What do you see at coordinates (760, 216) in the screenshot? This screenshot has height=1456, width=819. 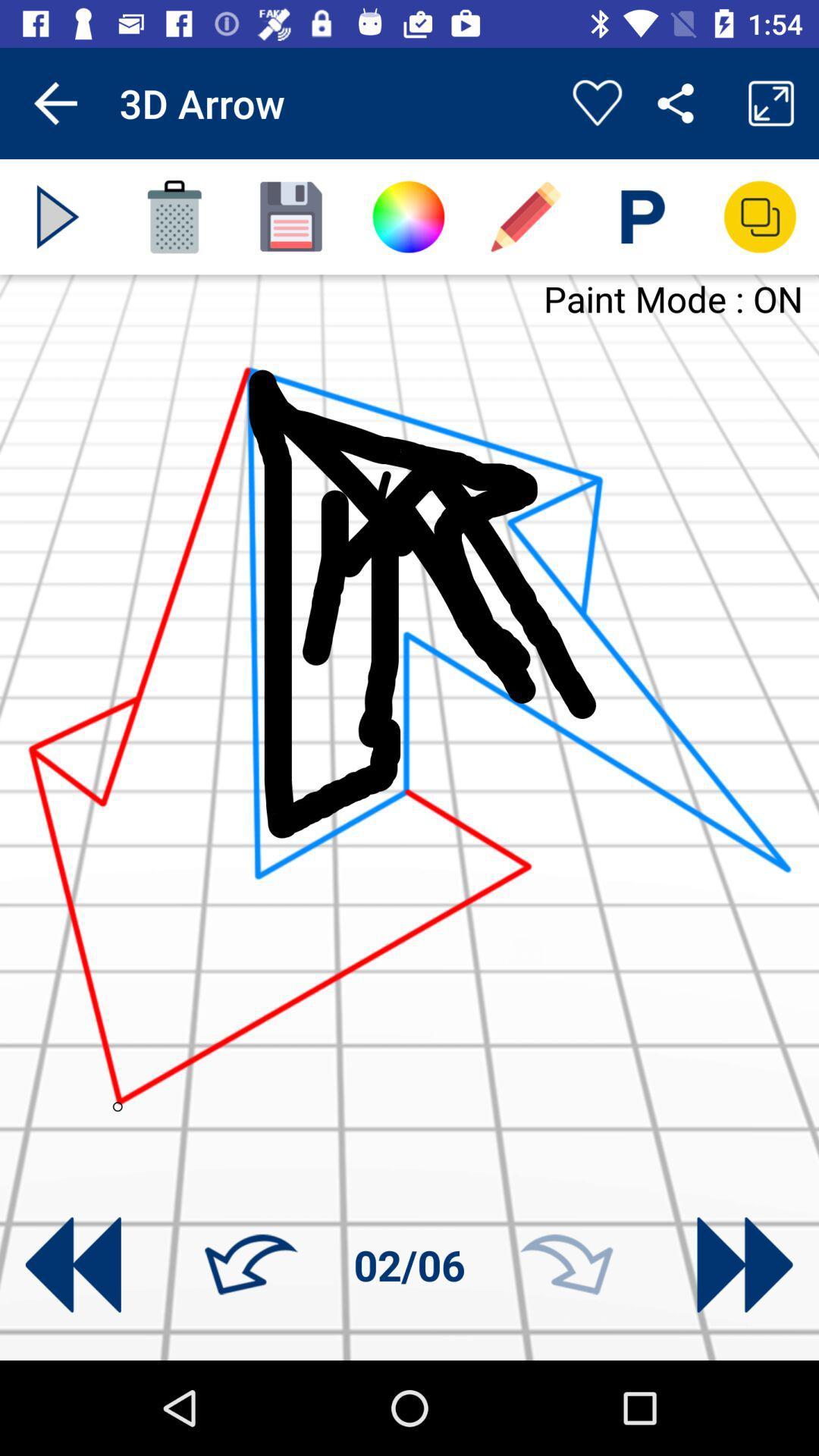 I see `the copy icon` at bounding box center [760, 216].